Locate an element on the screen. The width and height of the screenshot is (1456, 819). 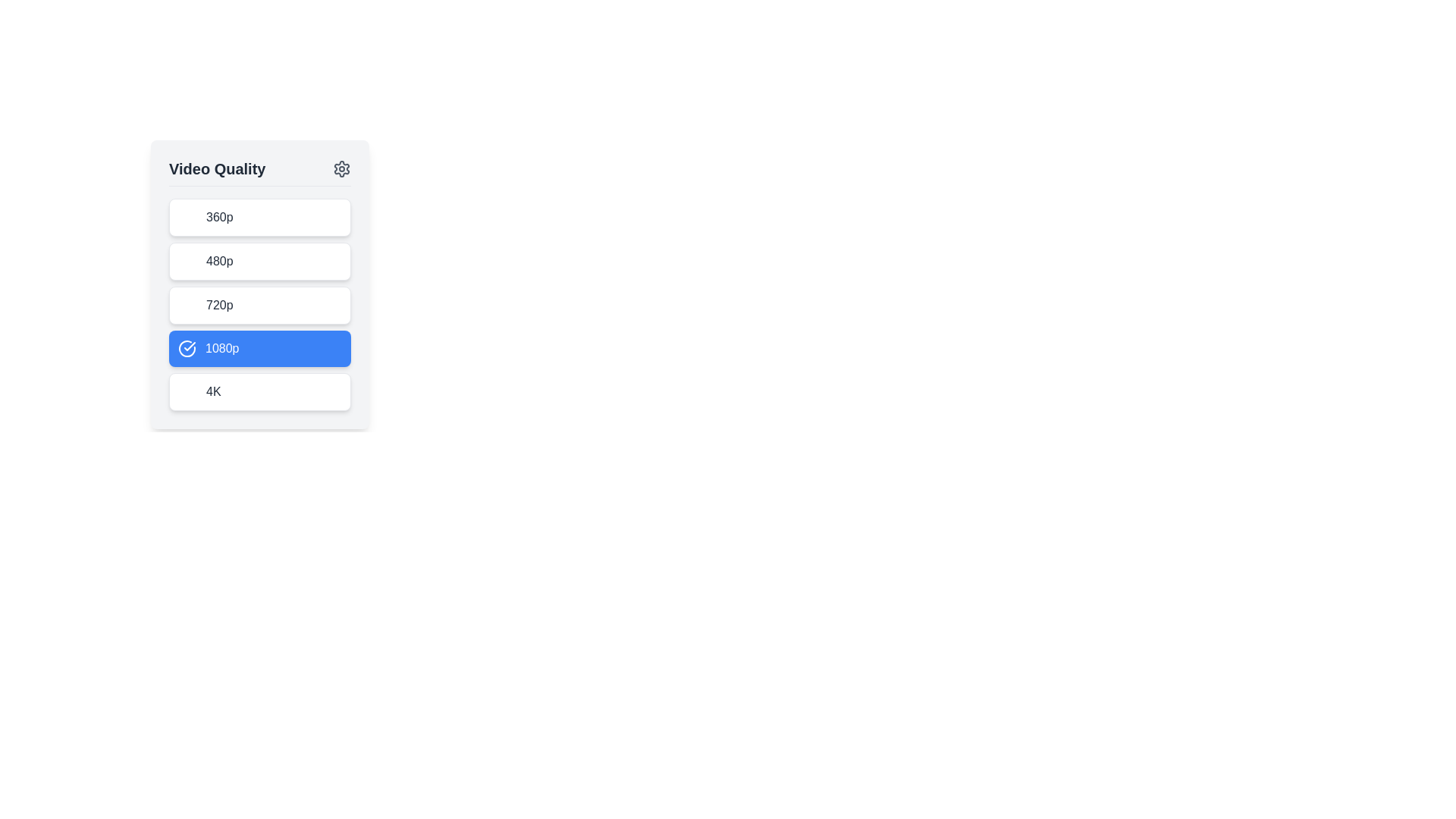
the circular blue icon with a checkmark labeled '1080p' in the Video Quality selection menu is located at coordinates (186, 348).